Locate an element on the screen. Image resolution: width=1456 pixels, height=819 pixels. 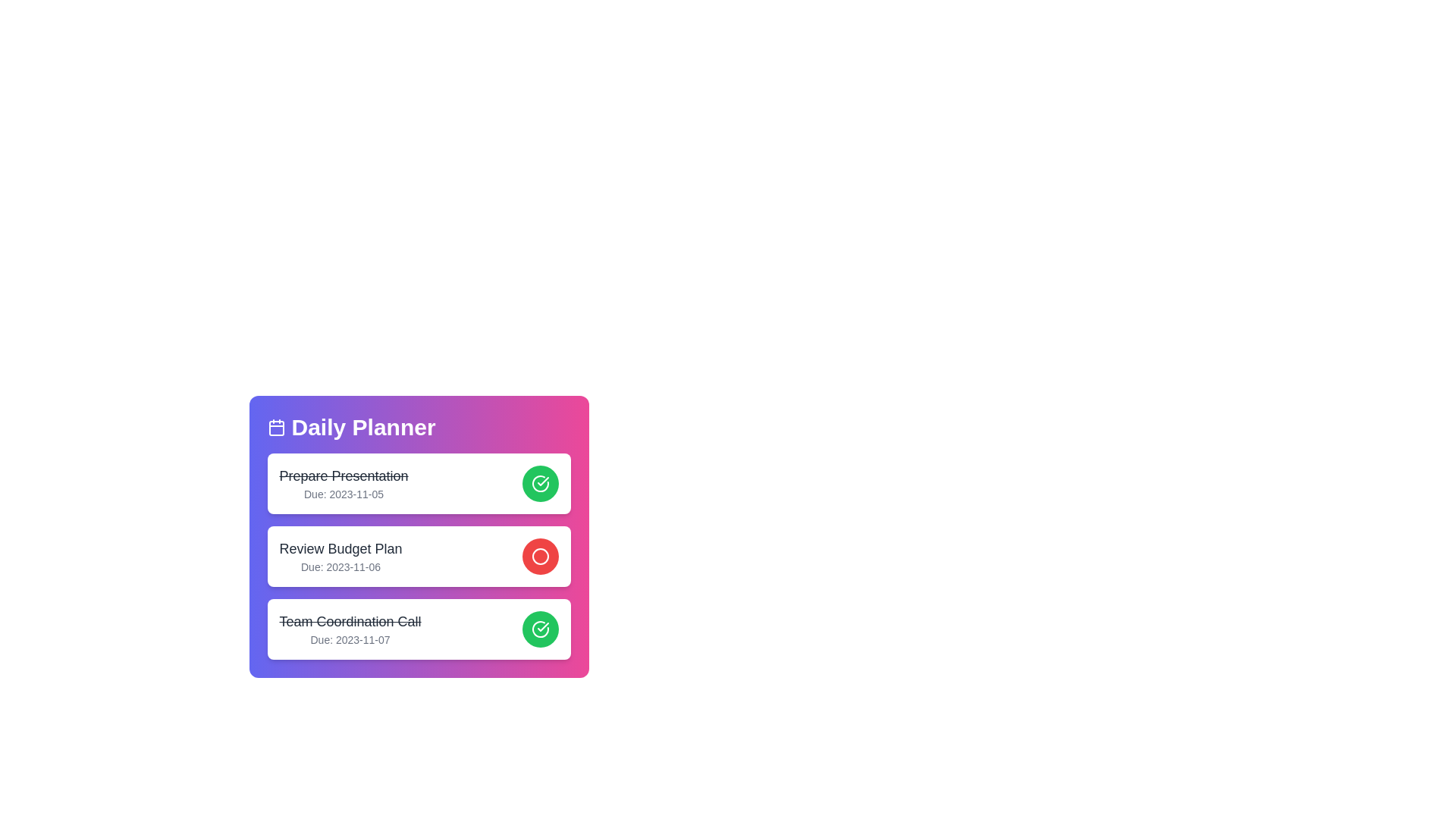
status button for the task identified by Prepare Presentation is located at coordinates (540, 483).